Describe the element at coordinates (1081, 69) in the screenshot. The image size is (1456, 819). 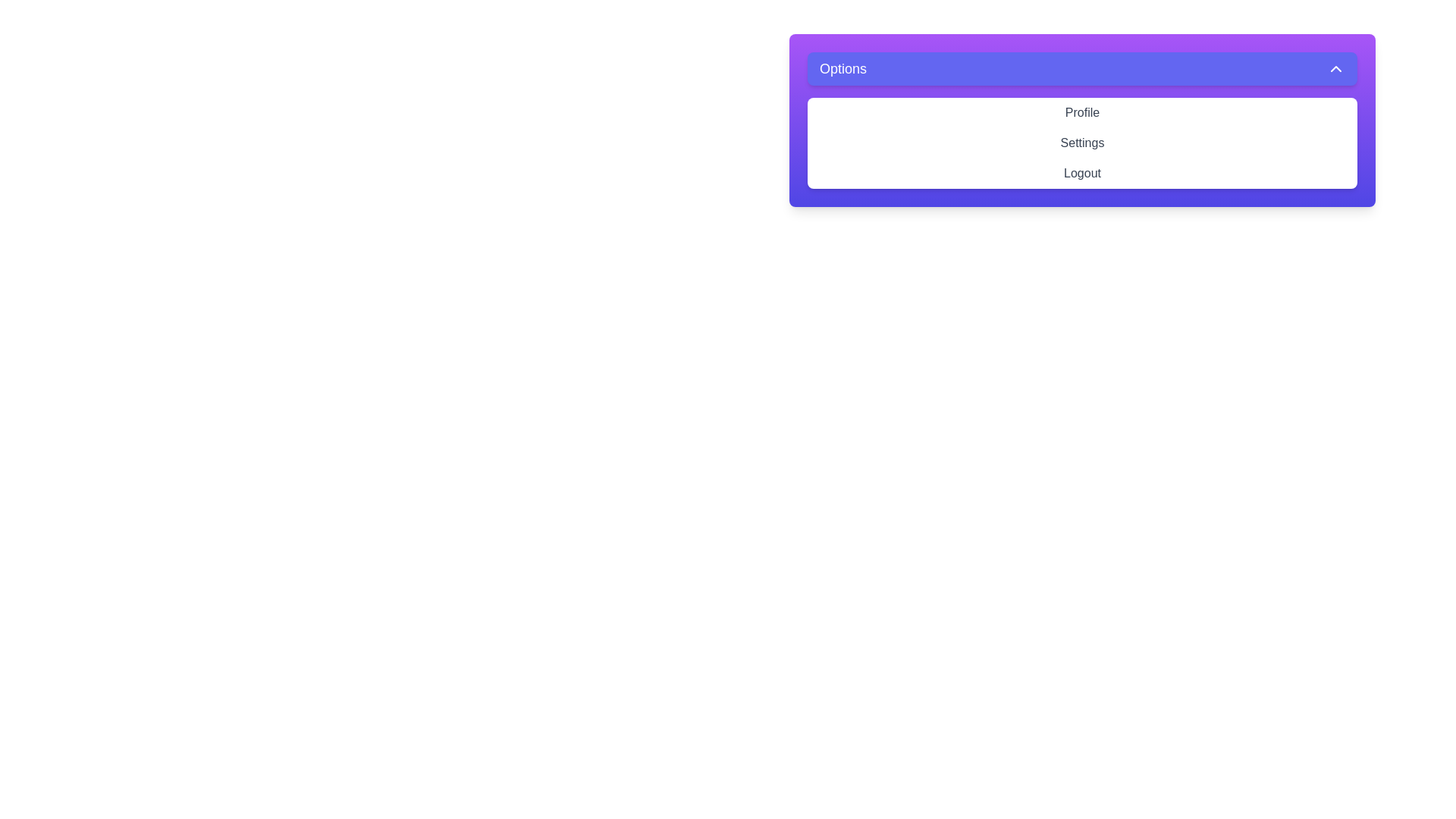
I see `the toggle button to toggle the dropdown menu` at that location.